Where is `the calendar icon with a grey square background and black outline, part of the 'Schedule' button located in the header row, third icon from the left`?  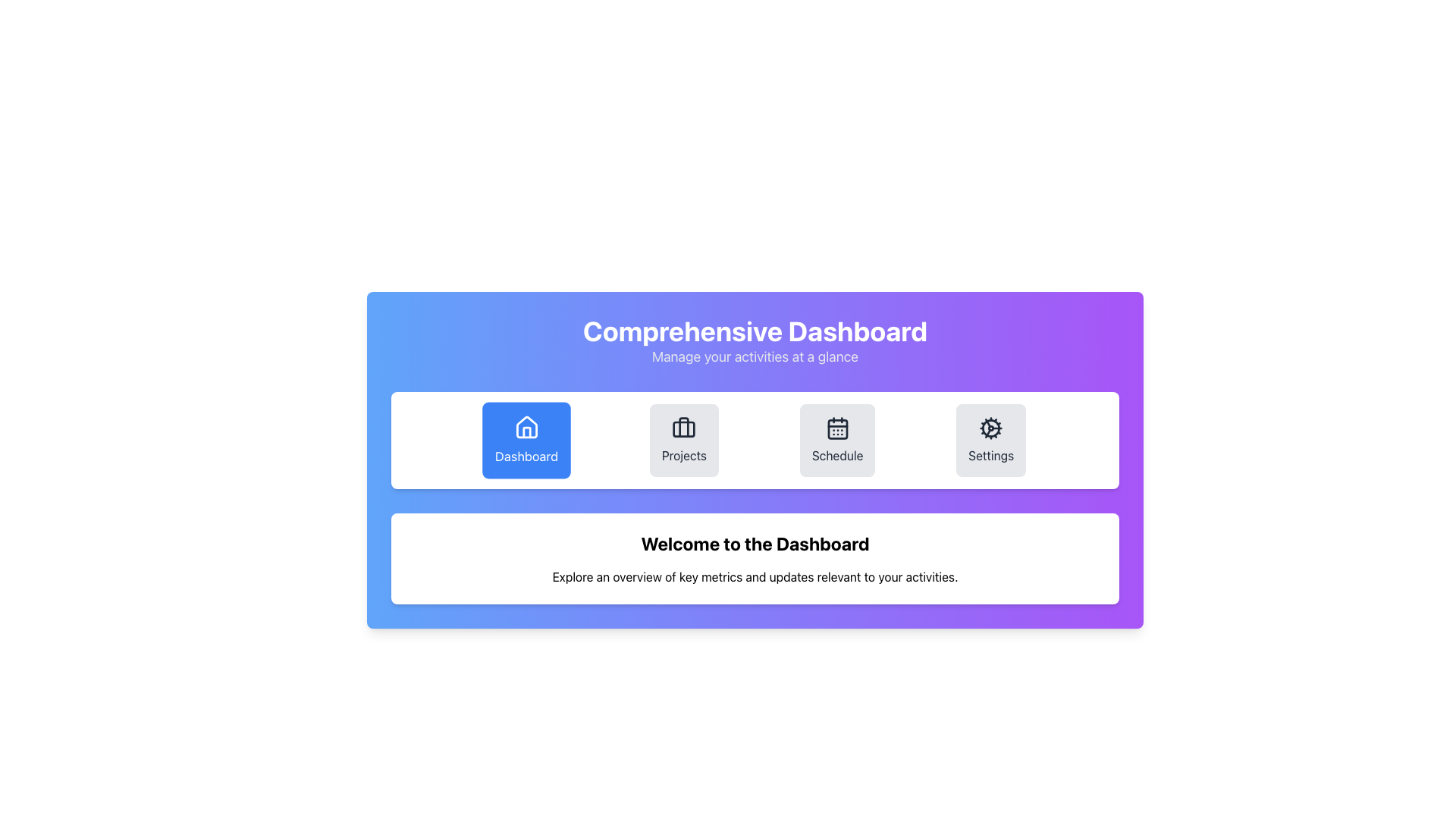 the calendar icon with a grey square background and black outline, part of the 'Schedule' button located in the header row, third icon from the left is located at coordinates (836, 428).